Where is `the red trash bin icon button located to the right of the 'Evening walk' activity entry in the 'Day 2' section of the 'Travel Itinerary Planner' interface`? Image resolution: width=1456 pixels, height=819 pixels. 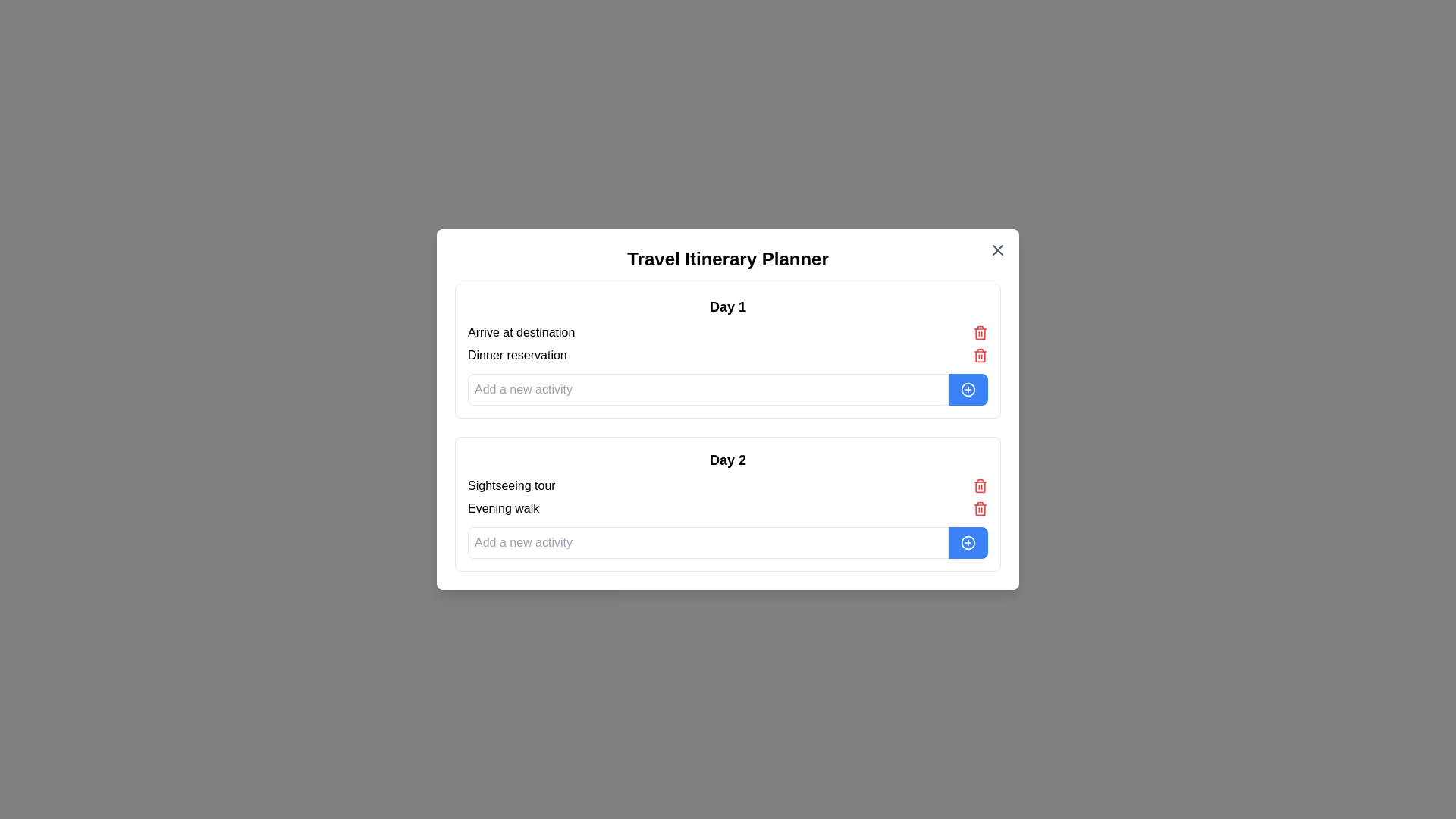 the red trash bin icon button located to the right of the 'Evening walk' activity entry in the 'Day 2' section of the 'Travel Itinerary Planner' interface is located at coordinates (980, 509).